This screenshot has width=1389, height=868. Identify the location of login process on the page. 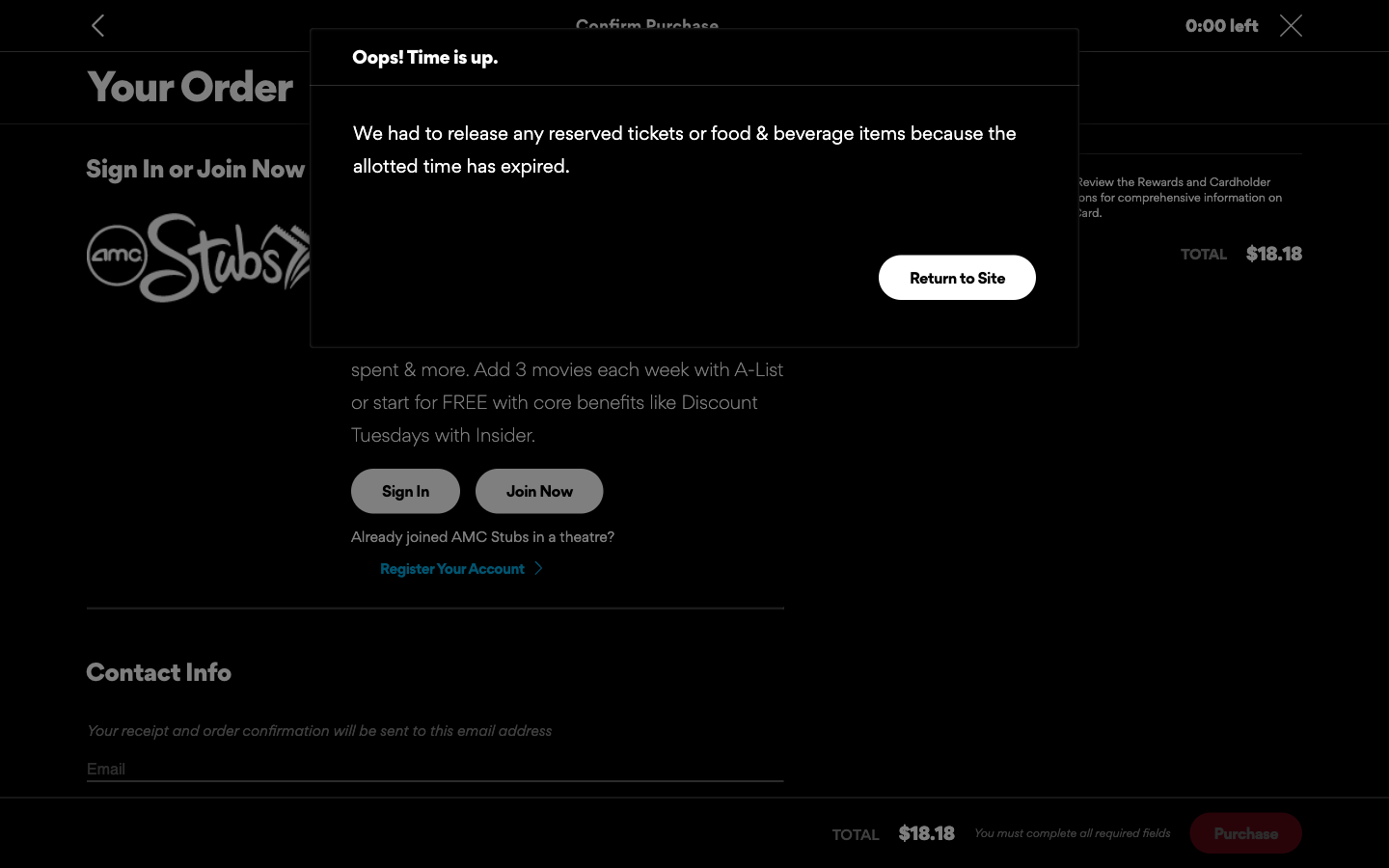
(404, 490).